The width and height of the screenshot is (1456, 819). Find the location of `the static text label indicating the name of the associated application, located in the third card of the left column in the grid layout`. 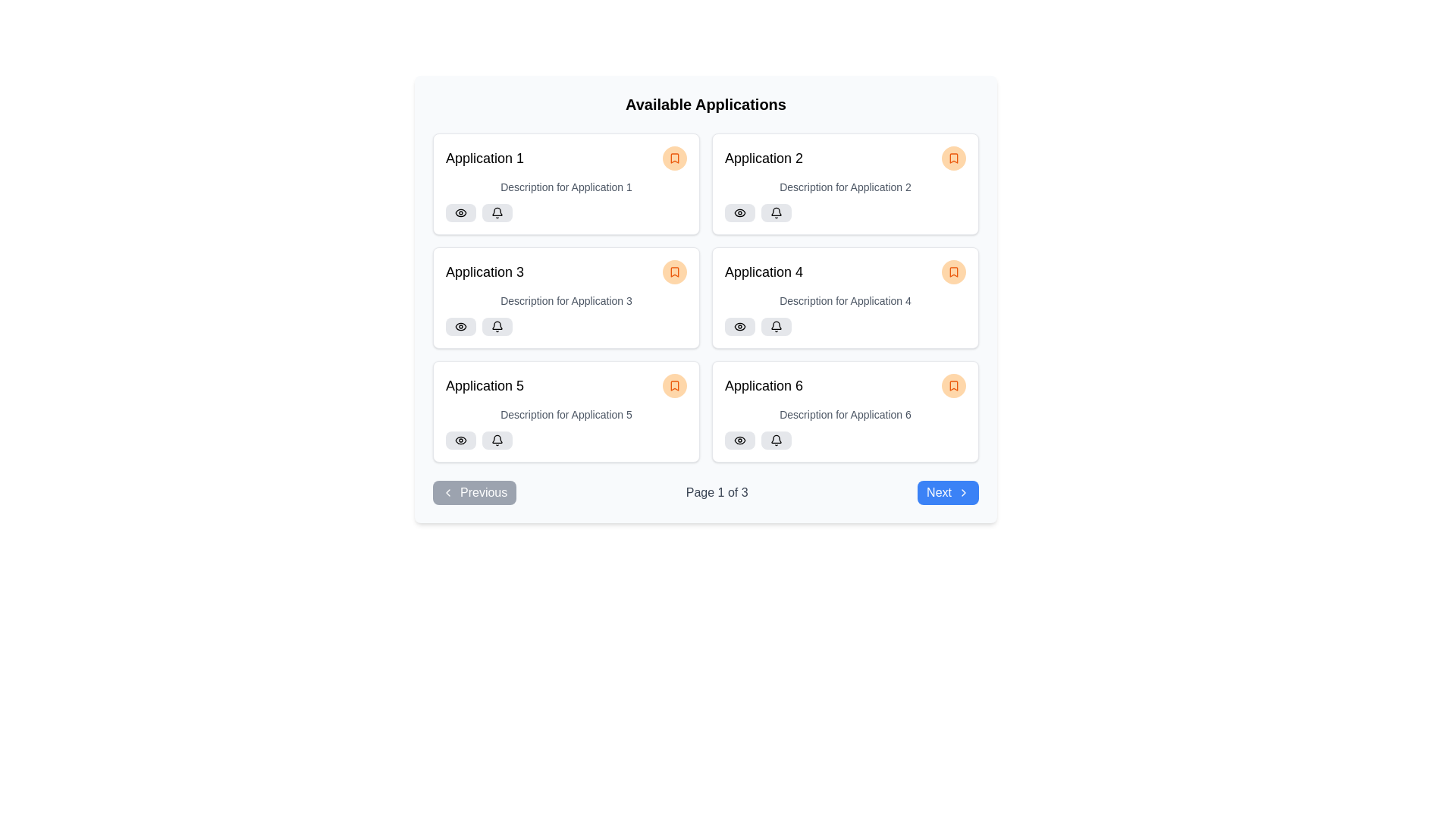

the static text label indicating the name of the associated application, located in the third card of the left column in the grid layout is located at coordinates (484, 271).